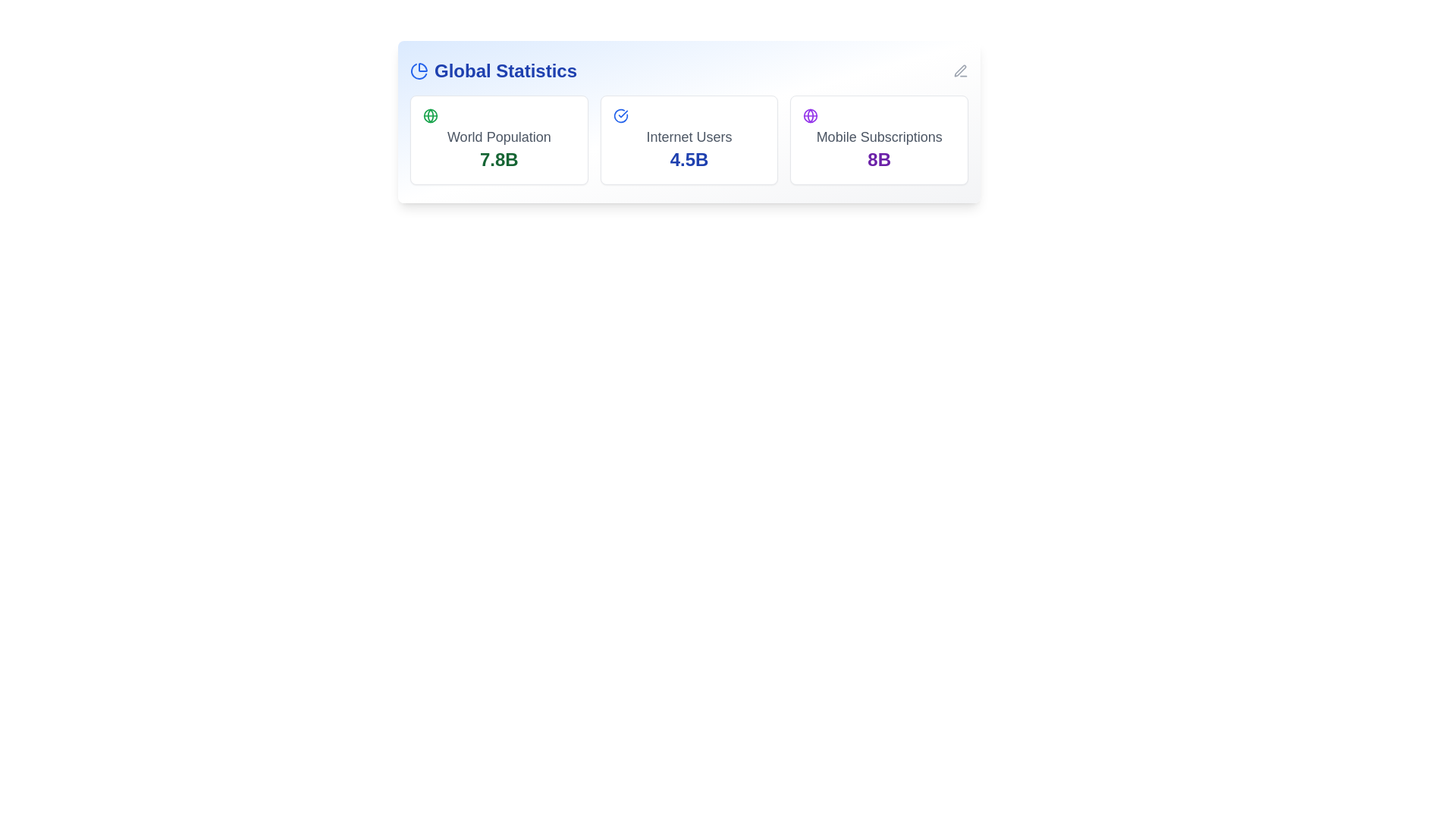 Image resolution: width=1456 pixels, height=819 pixels. What do you see at coordinates (494, 71) in the screenshot?
I see `the 'Global Statistics' label, which is a bold blue text next to a blue pie chart icon, for navigation` at bounding box center [494, 71].